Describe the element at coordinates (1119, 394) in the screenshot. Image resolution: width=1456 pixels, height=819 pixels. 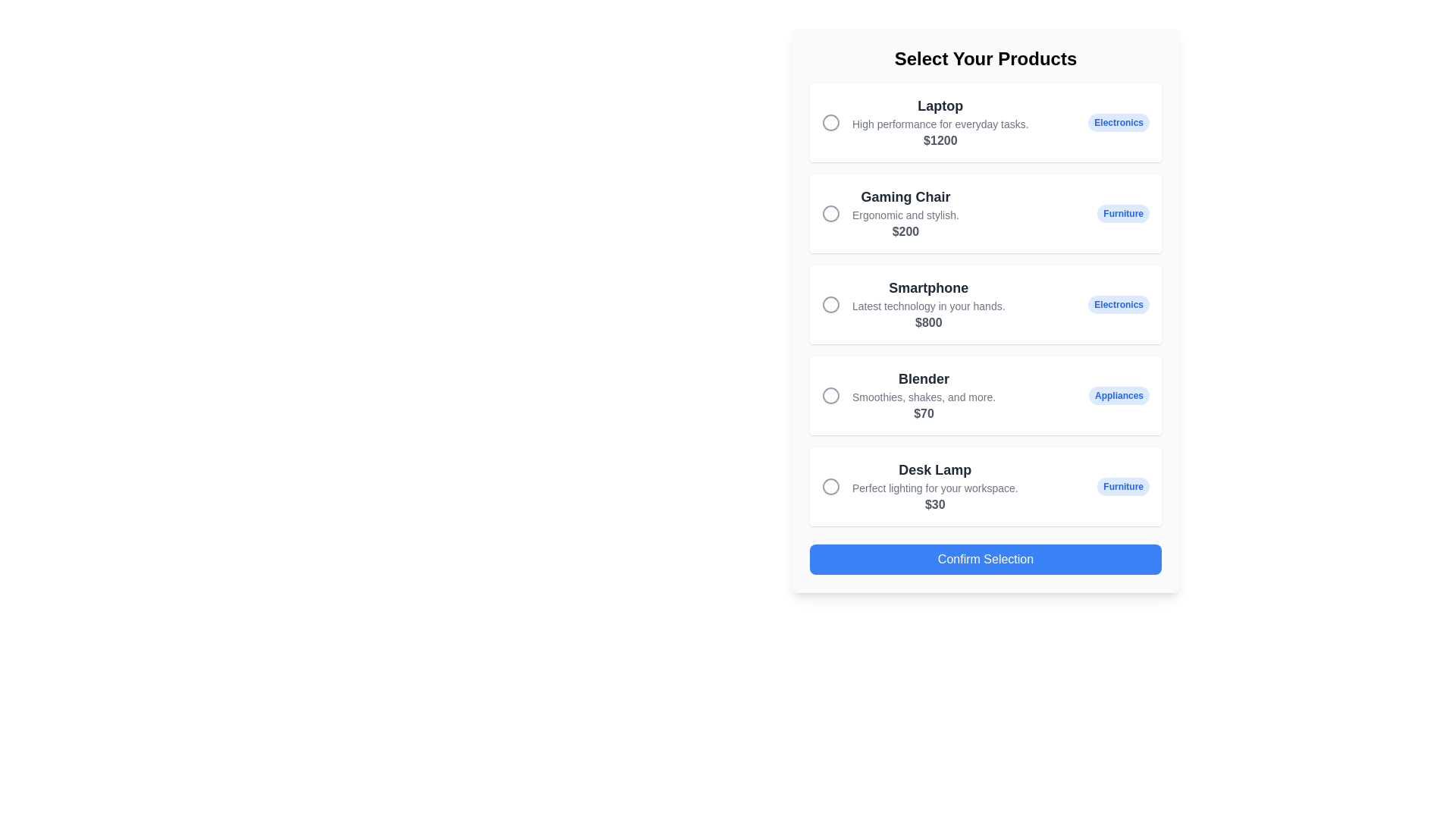
I see `the category label for the product 'Blender' located in the fourth item on the list, aligned with its price label` at that location.